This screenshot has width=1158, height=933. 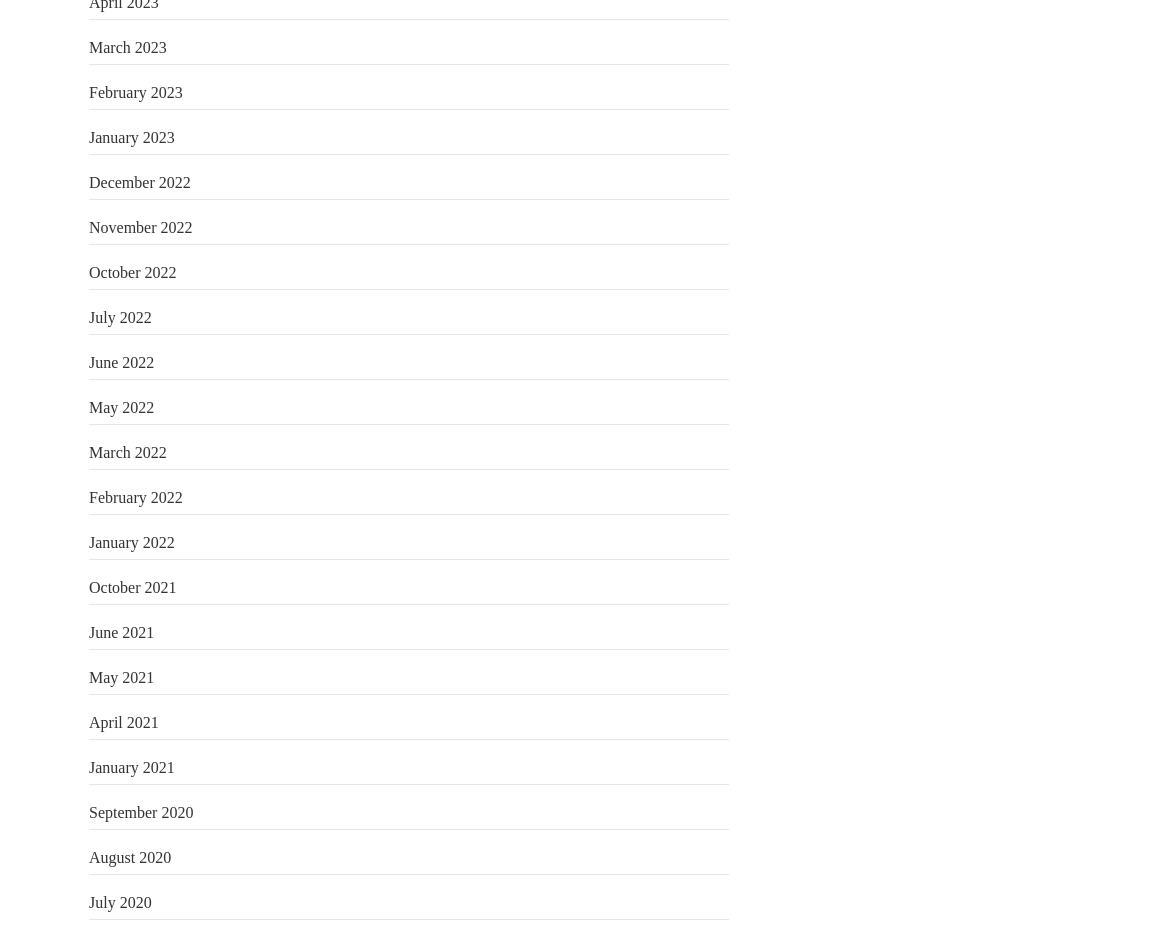 What do you see at coordinates (131, 586) in the screenshot?
I see `'October 2021'` at bounding box center [131, 586].